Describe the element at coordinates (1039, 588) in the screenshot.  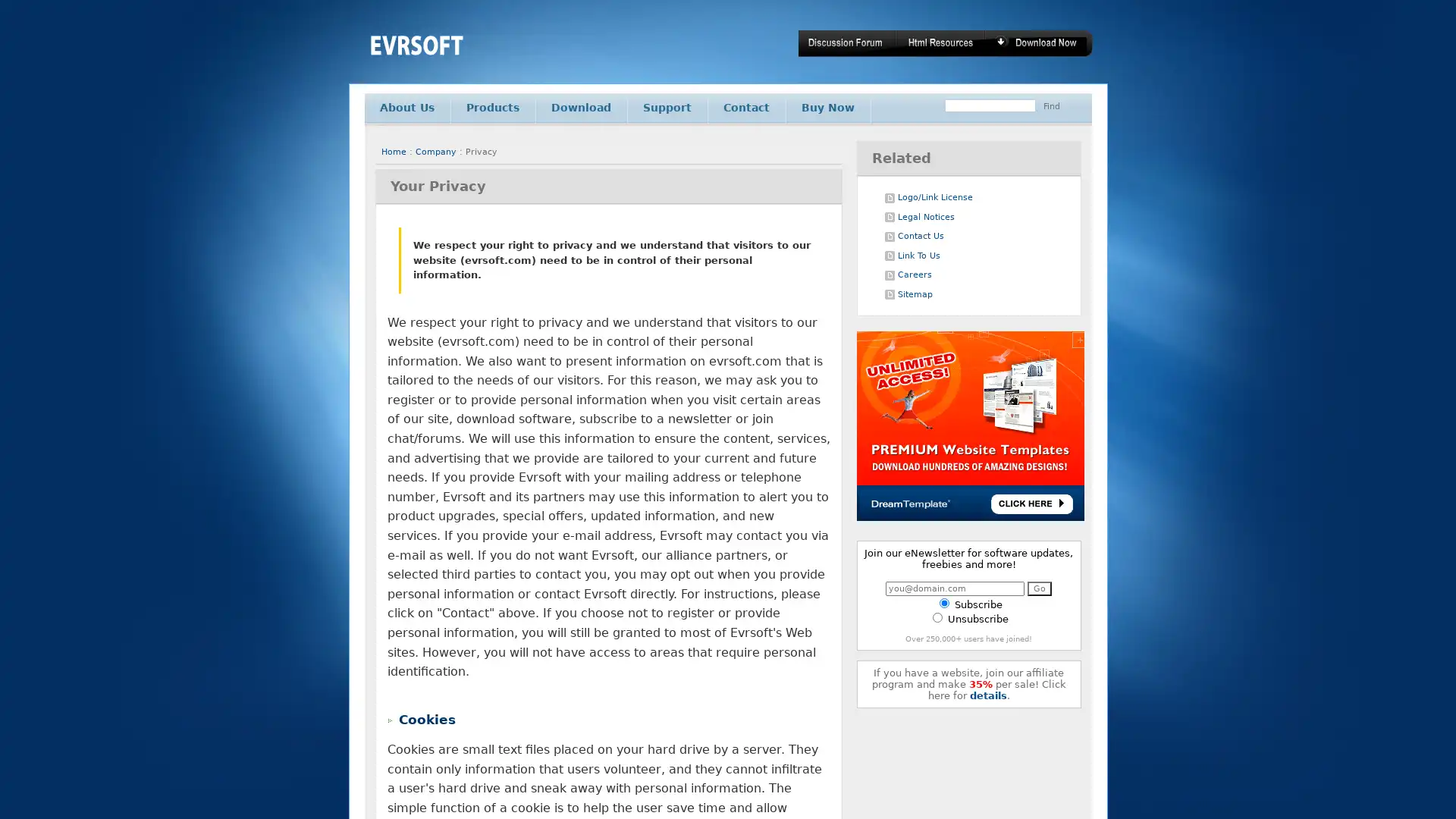
I see `Go` at that location.